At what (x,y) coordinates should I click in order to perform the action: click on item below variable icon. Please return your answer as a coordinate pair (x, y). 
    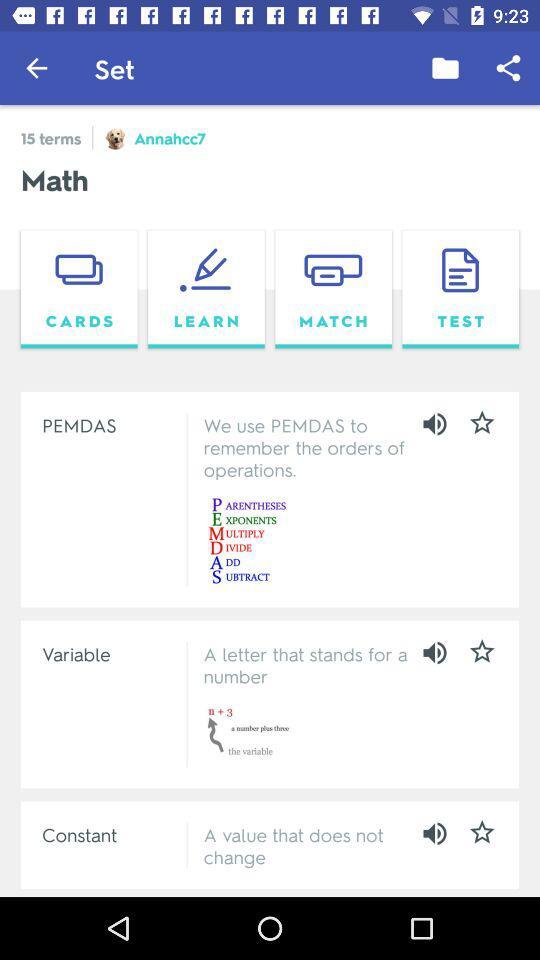
    Looking at the image, I should click on (110, 834).